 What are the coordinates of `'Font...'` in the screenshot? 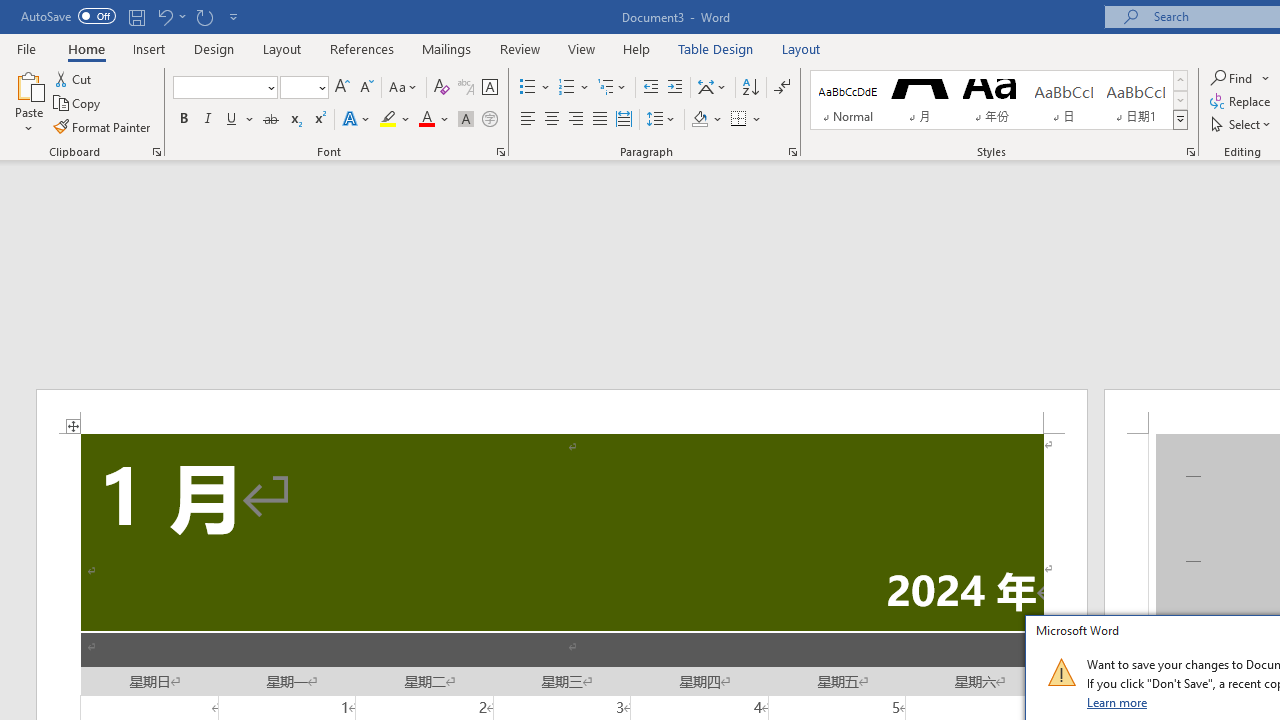 It's located at (501, 150).